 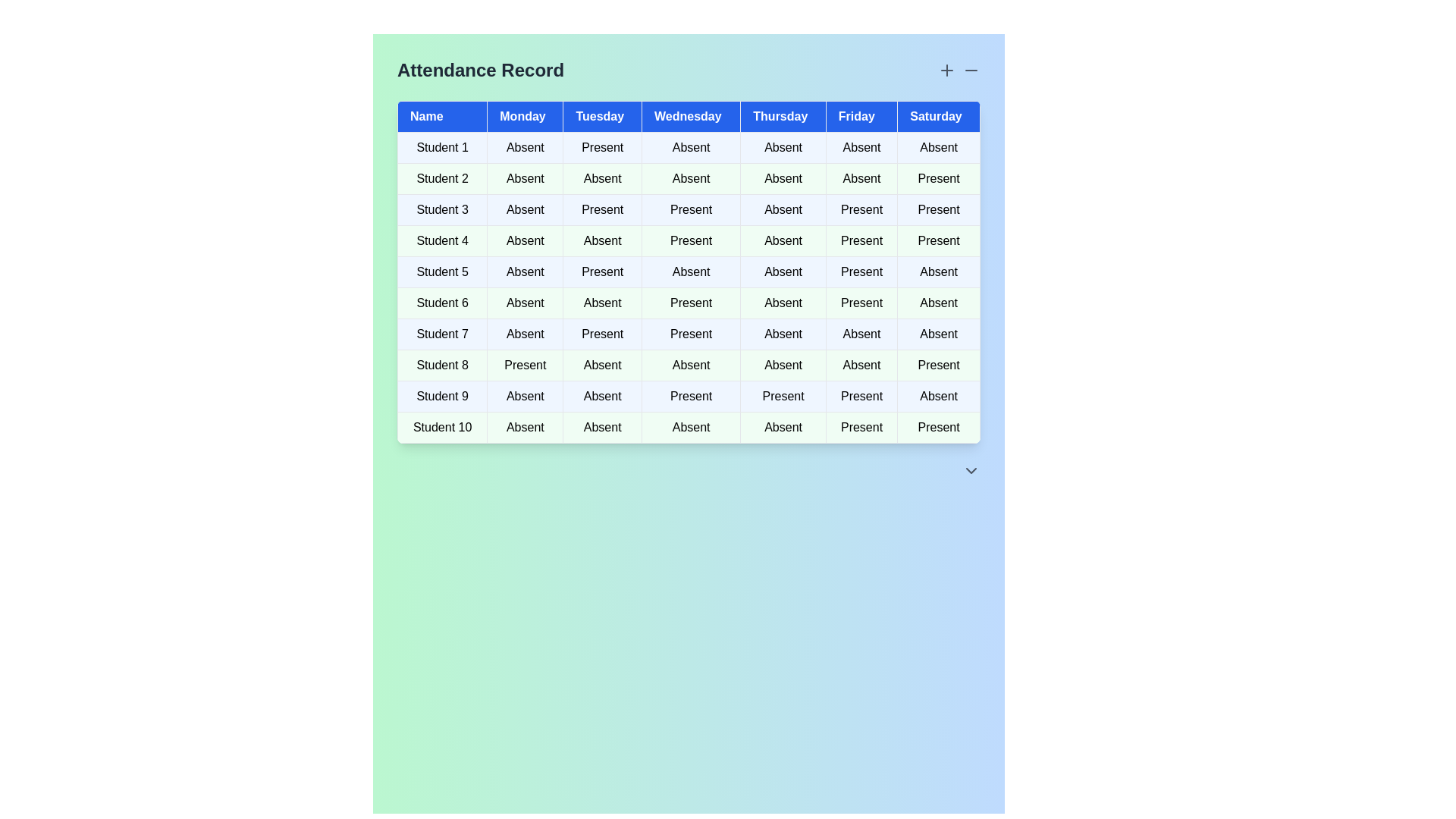 What do you see at coordinates (946, 70) in the screenshot?
I see `the 'Plus' icon to add a new record` at bounding box center [946, 70].